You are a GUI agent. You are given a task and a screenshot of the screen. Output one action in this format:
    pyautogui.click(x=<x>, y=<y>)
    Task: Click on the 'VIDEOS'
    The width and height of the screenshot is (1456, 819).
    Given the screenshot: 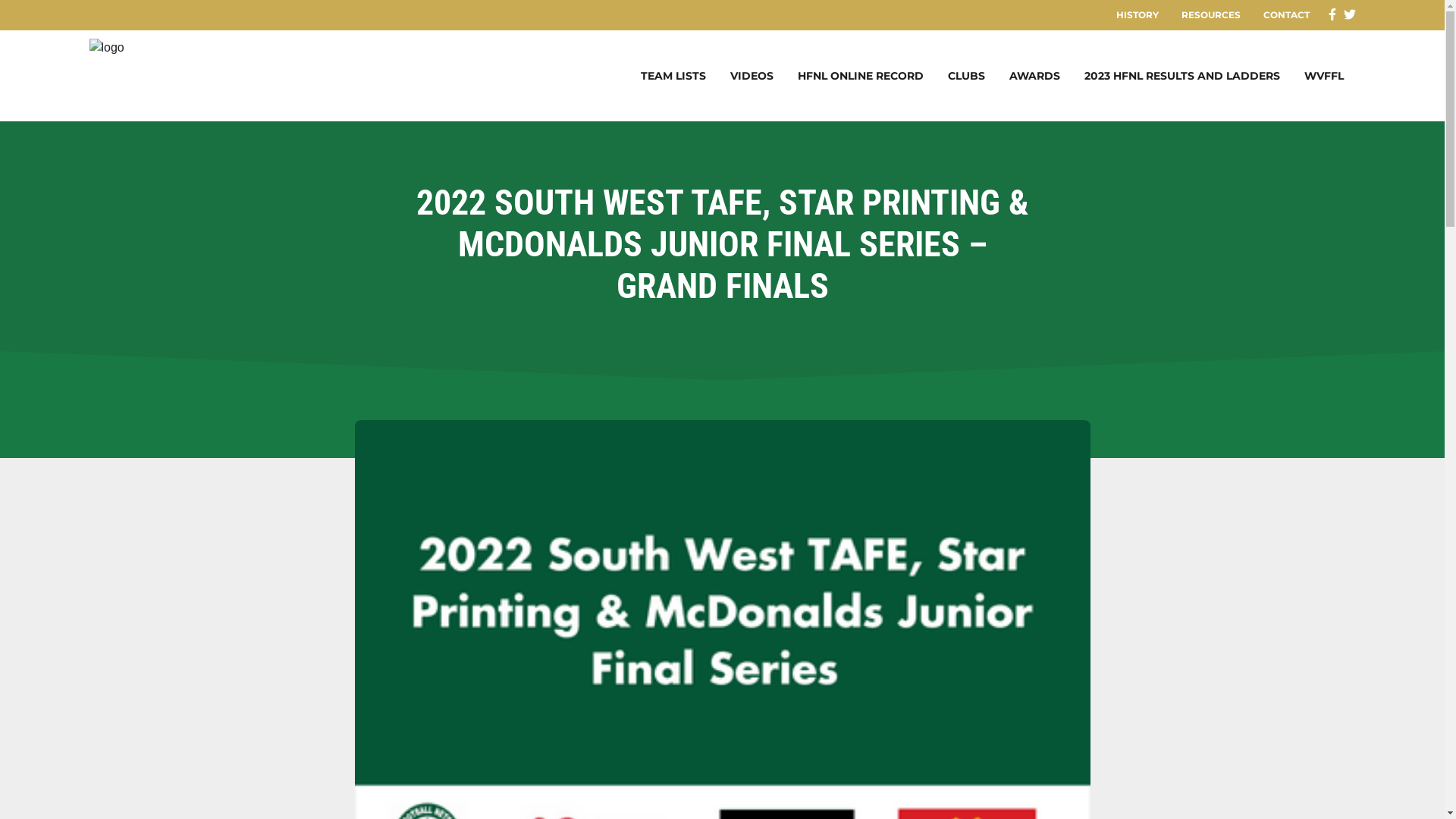 What is the action you would take?
    pyautogui.click(x=716, y=76)
    